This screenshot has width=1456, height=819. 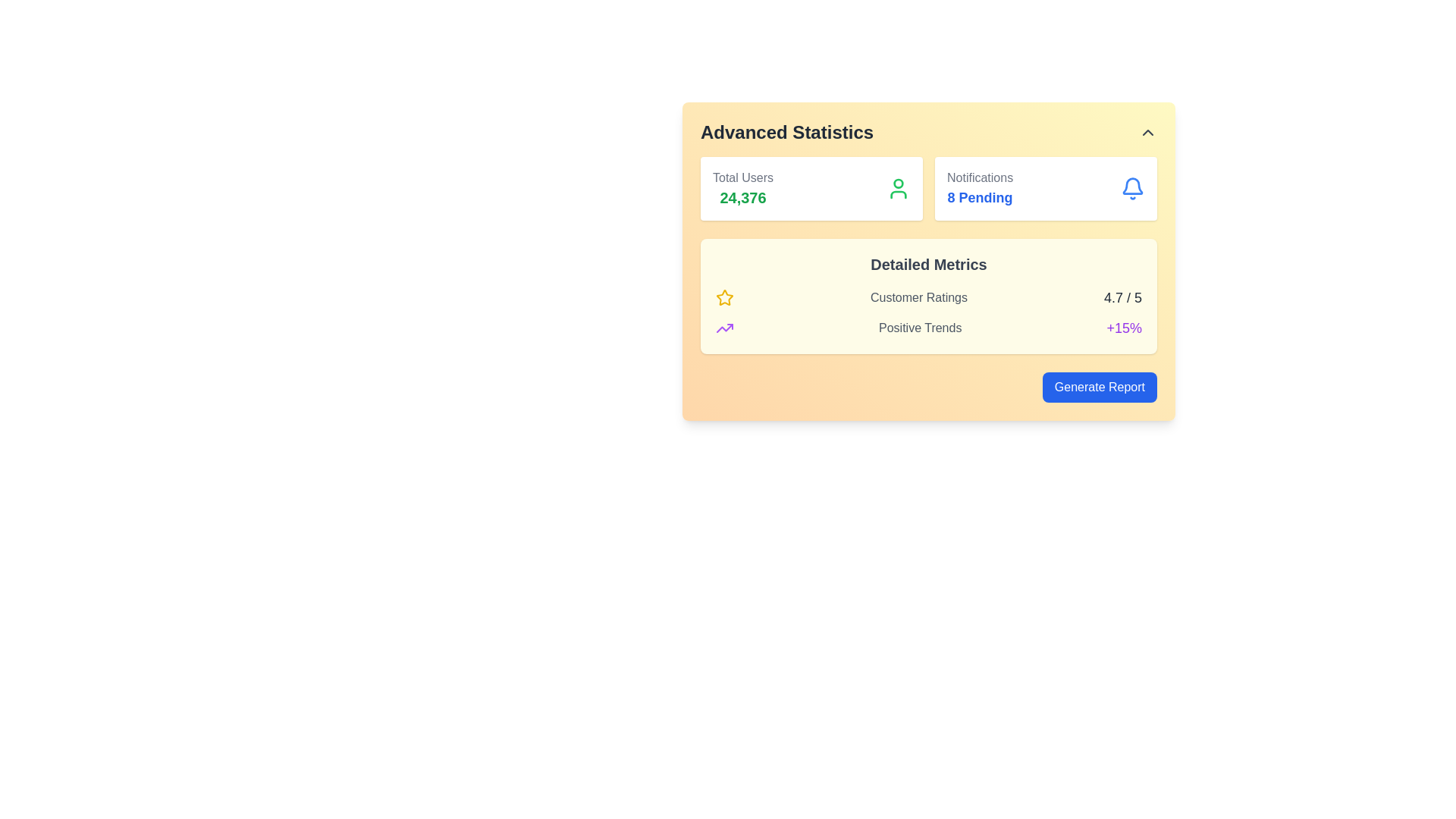 What do you see at coordinates (980, 177) in the screenshot?
I see `the 'Notifications' text label, which is styled in gray and positioned above the '8 Pending' text within the notification summary panel of the 'Advanced Statistics' card` at bounding box center [980, 177].